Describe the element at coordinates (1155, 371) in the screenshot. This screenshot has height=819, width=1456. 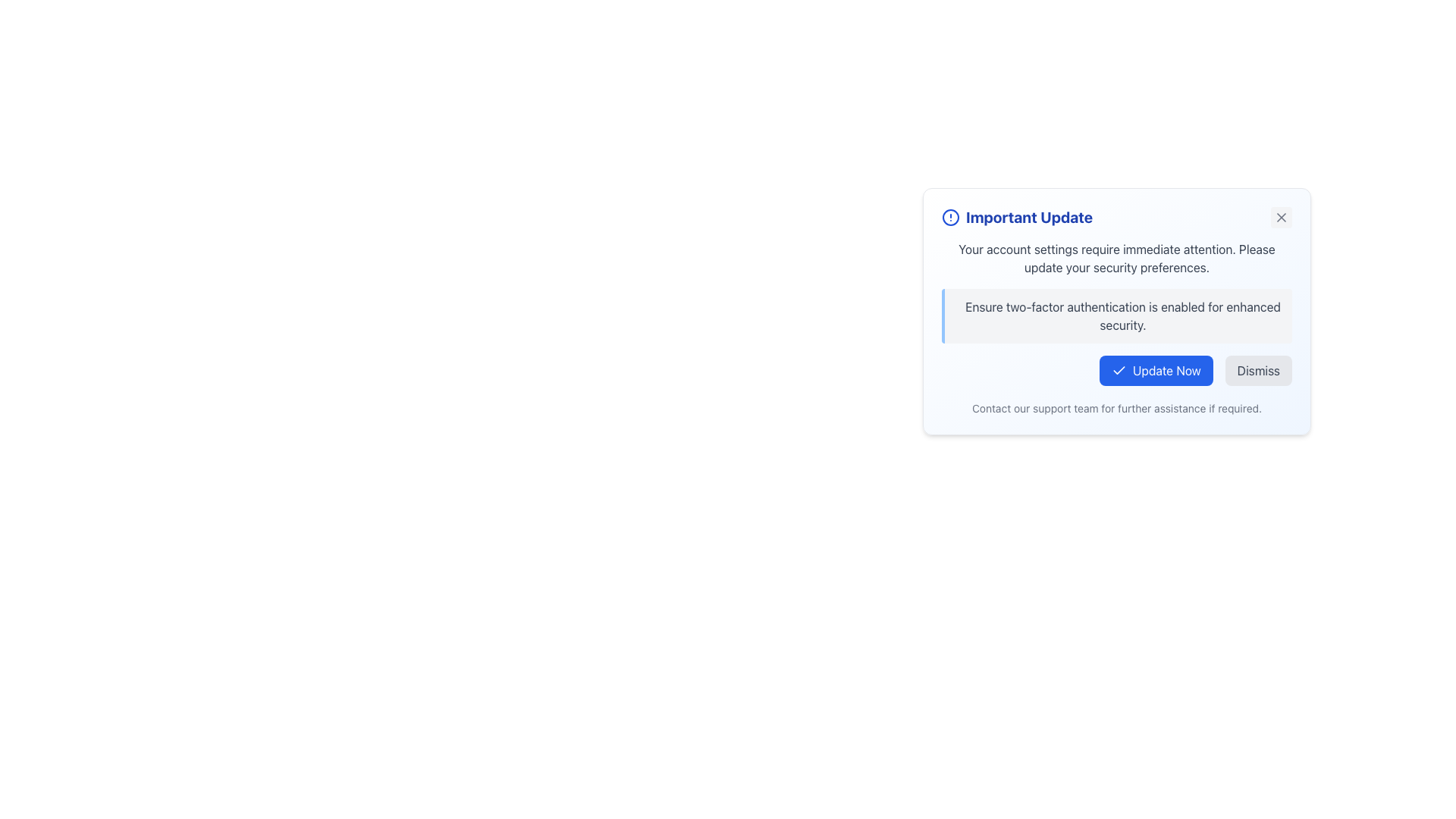
I see `the 'Update Now' button, which has a blue background and white text, located in the bottom-right section of the modal dialog box` at that location.